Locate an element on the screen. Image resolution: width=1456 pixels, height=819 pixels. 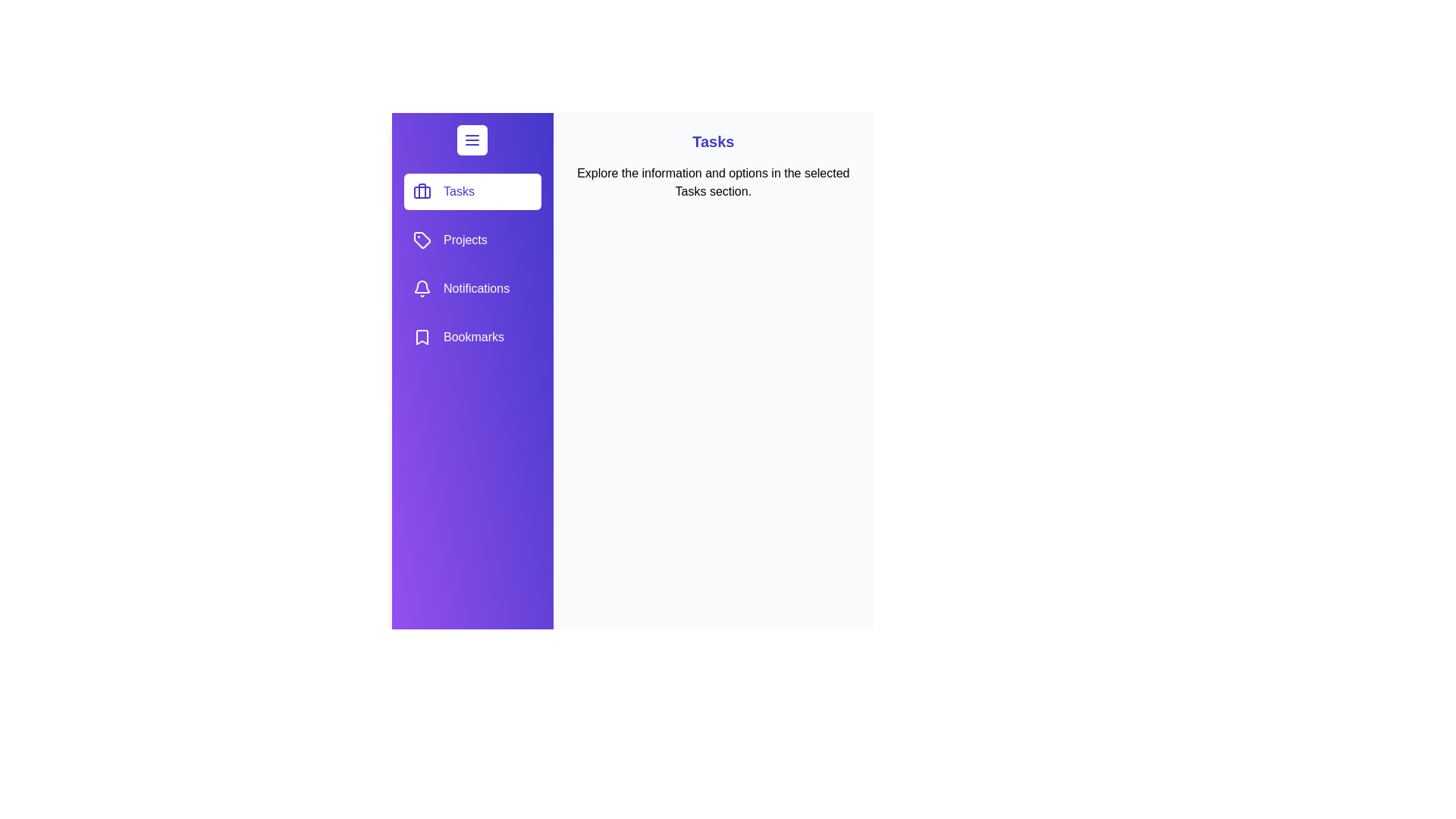
the option Projects from the list is located at coordinates (472, 239).